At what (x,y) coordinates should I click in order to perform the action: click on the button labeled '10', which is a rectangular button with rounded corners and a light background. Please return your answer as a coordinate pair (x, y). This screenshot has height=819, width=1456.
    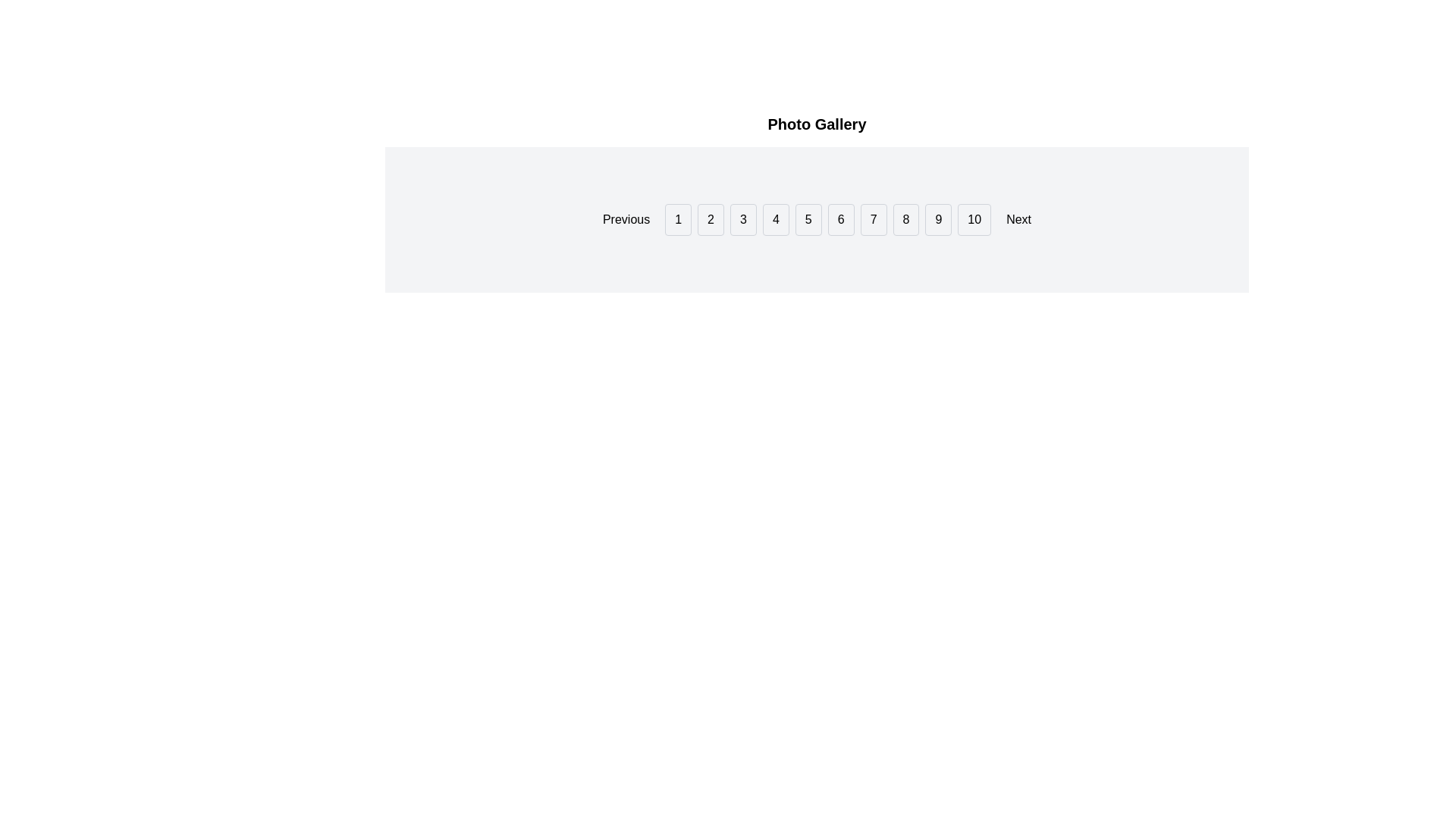
    Looking at the image, I should click on (974, 219).